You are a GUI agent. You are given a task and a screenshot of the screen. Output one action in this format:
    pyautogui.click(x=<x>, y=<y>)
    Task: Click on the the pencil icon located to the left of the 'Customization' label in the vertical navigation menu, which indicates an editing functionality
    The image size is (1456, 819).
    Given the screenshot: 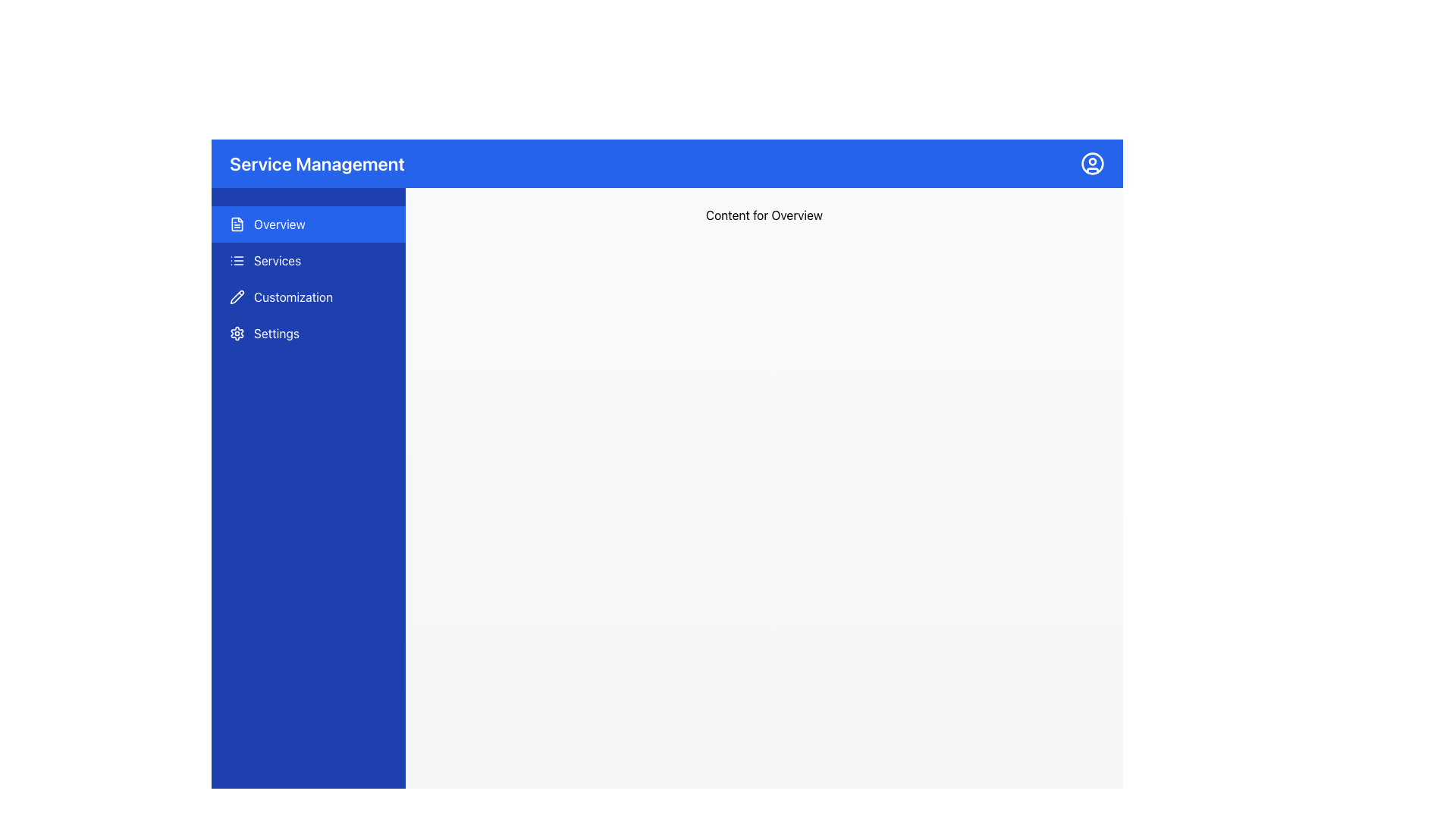 What is the action you would take?
    pyautogui.click(x=236, y=297)
    